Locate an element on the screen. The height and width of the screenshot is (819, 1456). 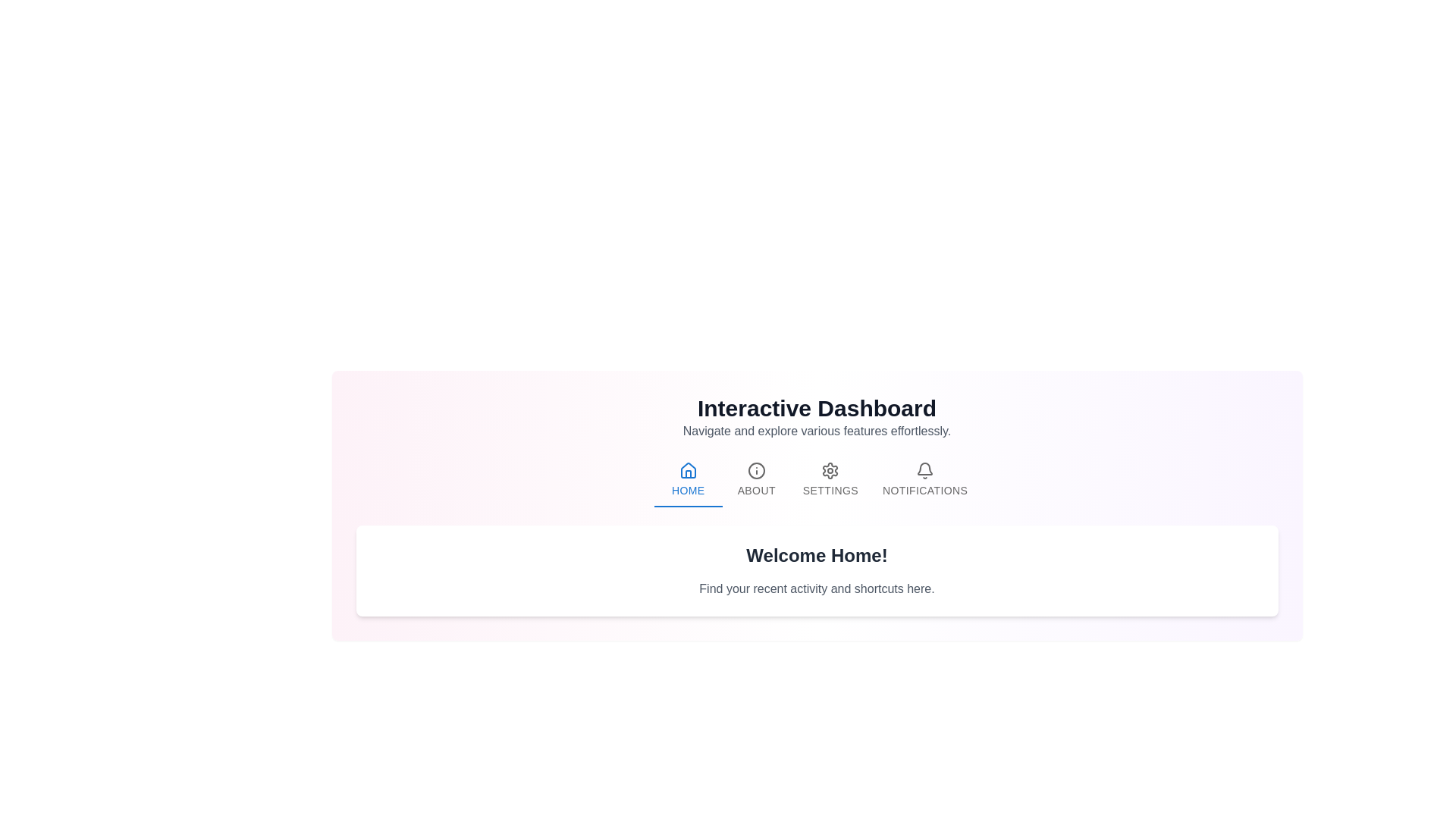
the SVG circle element that is part of the 'ABOUT' icon in the horizontal navigation bar below the title 'Interactive Dashboard' is located at coordinates (756, 470).